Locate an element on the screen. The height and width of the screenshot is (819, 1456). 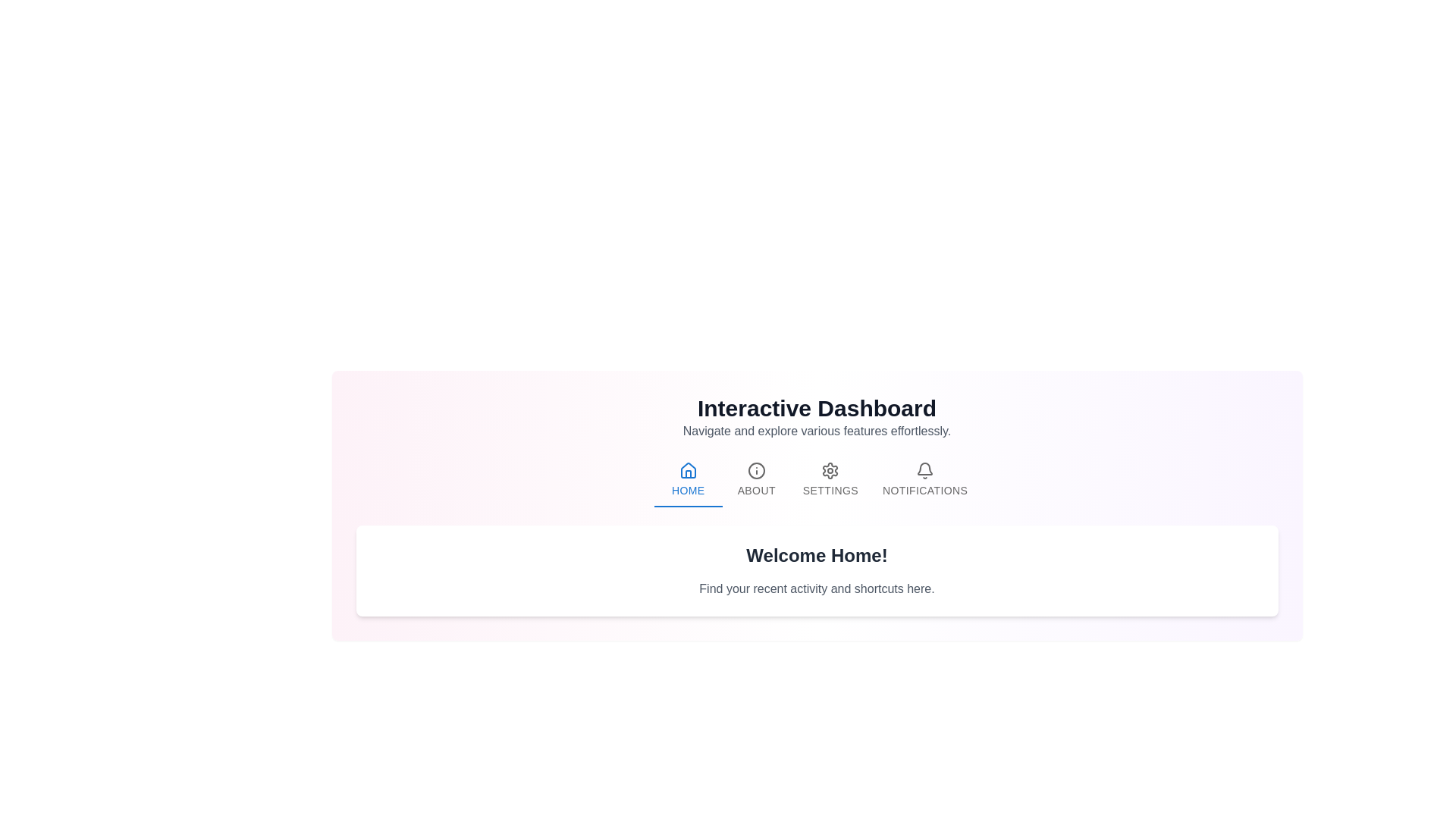
the SVG circle element that is part of the 'ABOUT' icon in the horizontal navigation bar below the title 'Interactive Dashboard' is located at coordinates (756, 470).